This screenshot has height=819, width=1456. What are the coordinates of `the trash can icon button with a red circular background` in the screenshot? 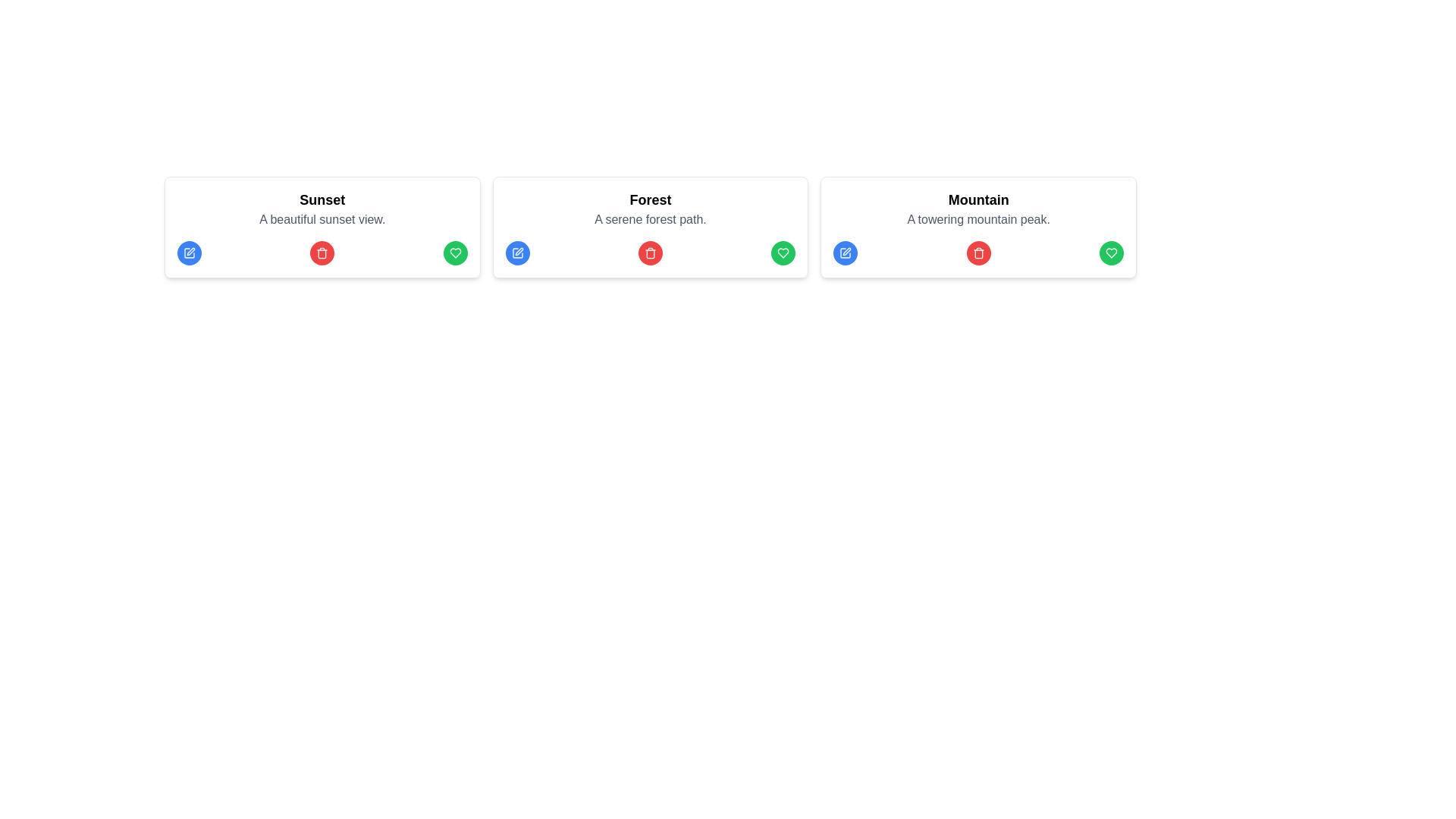 It's located at (978, 253).